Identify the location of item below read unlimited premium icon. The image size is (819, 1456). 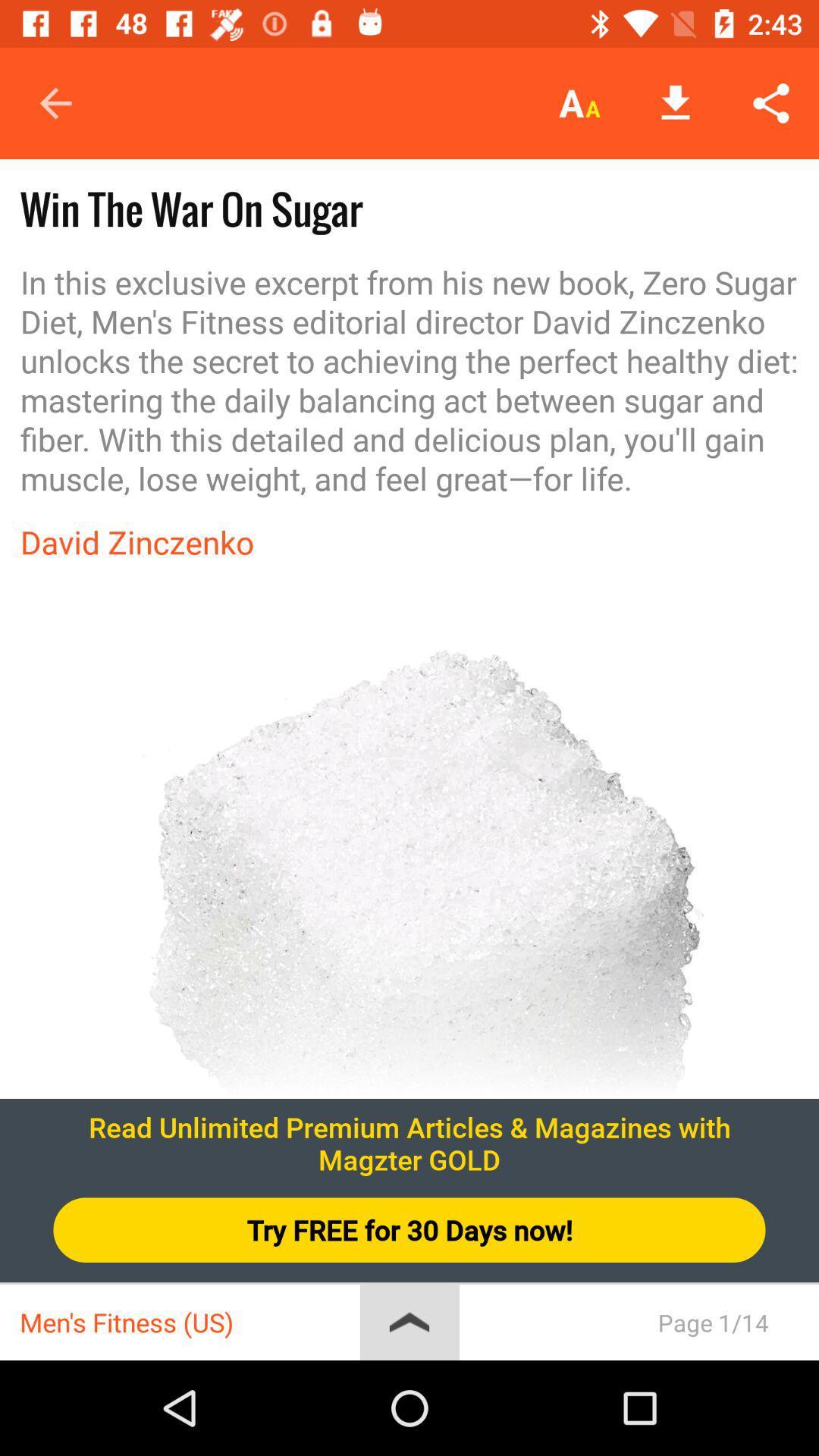
(409, 1230).